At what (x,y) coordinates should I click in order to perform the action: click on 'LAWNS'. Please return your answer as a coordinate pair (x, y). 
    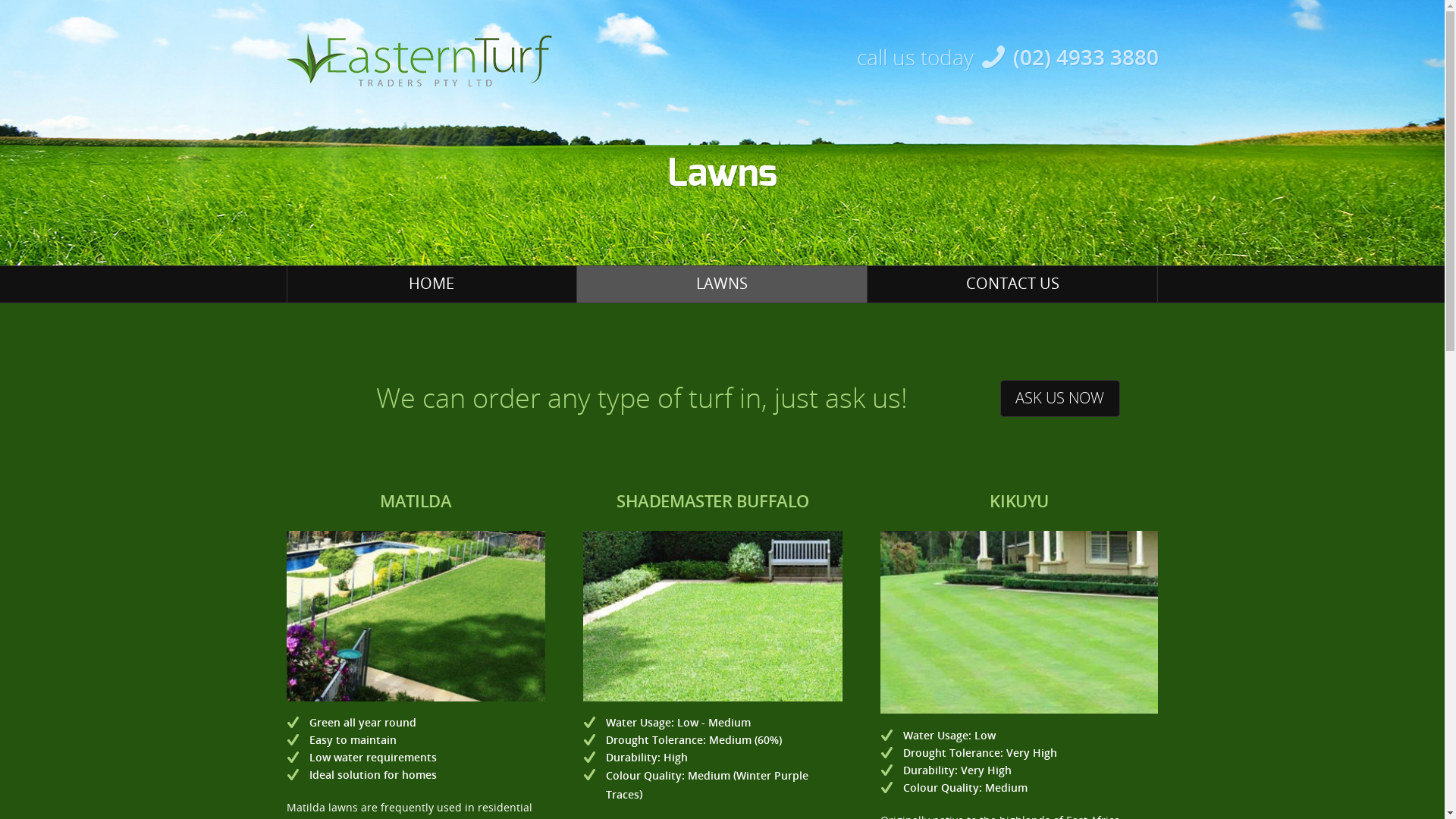
    Looking at the image, I should click on (720, 284).